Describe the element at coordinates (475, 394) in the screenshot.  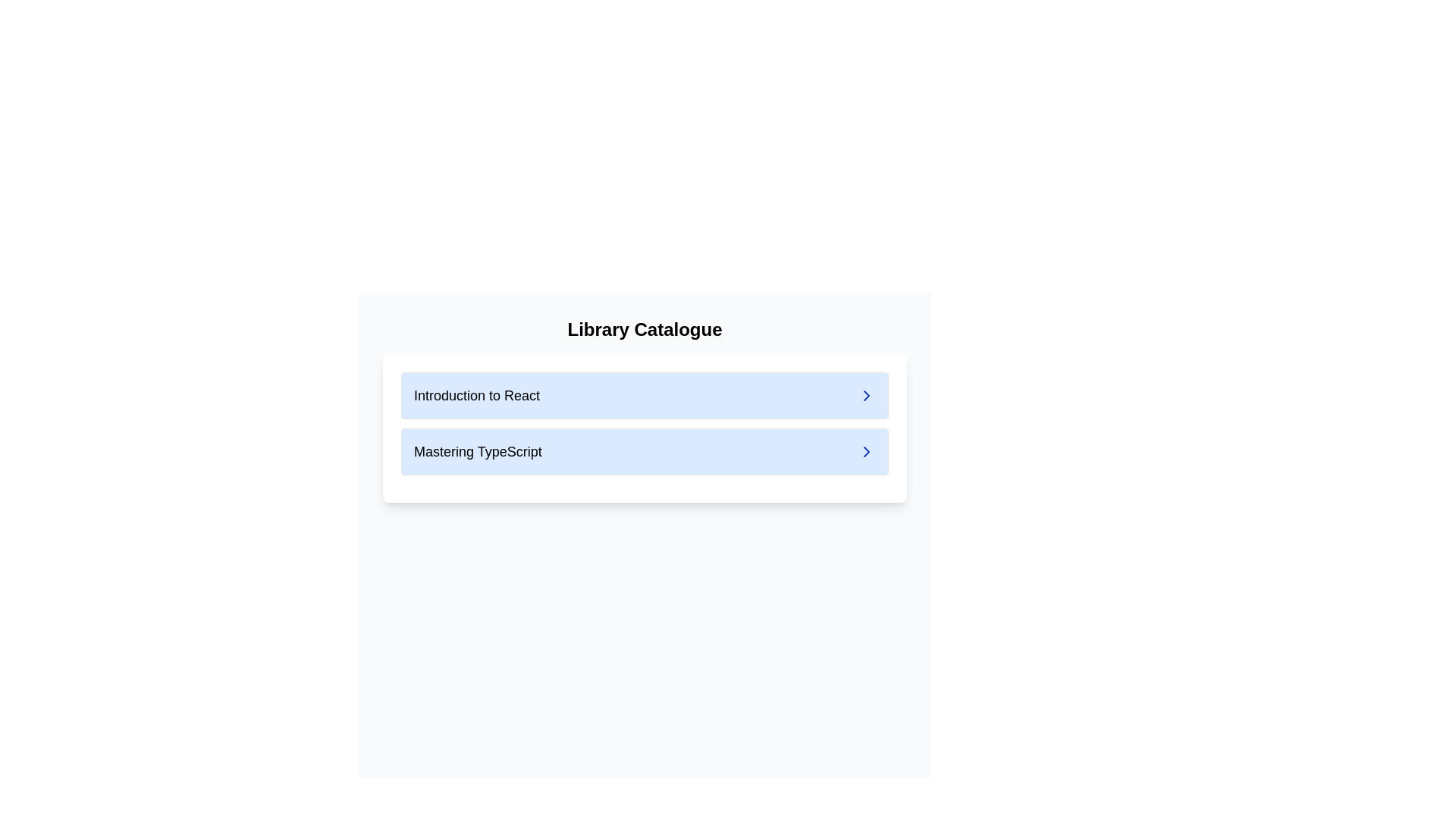
I see `the text titled 'Introduction to React'` at that location.